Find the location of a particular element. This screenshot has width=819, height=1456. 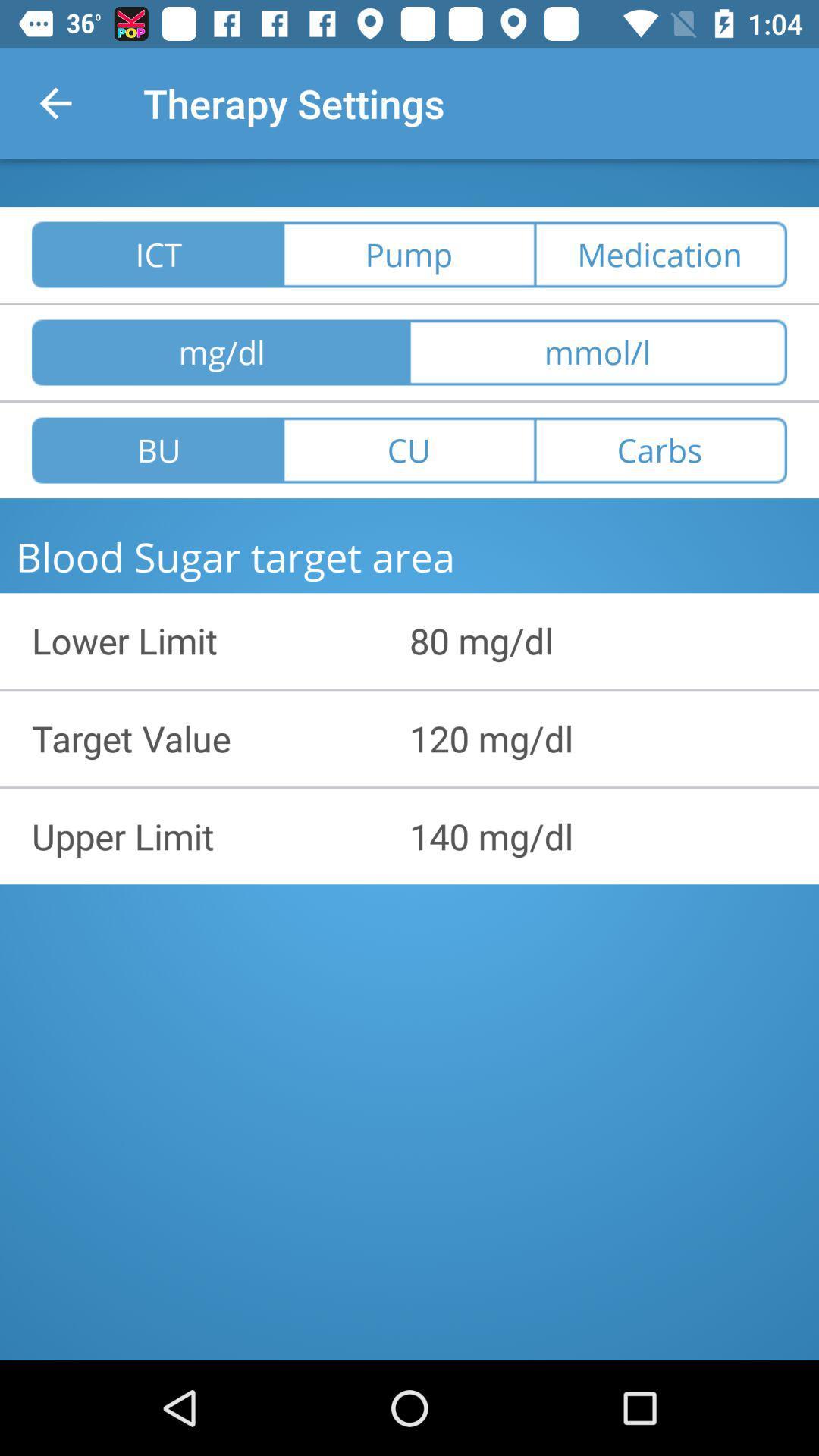

item next to the cu is located at coordinates (660, 450).